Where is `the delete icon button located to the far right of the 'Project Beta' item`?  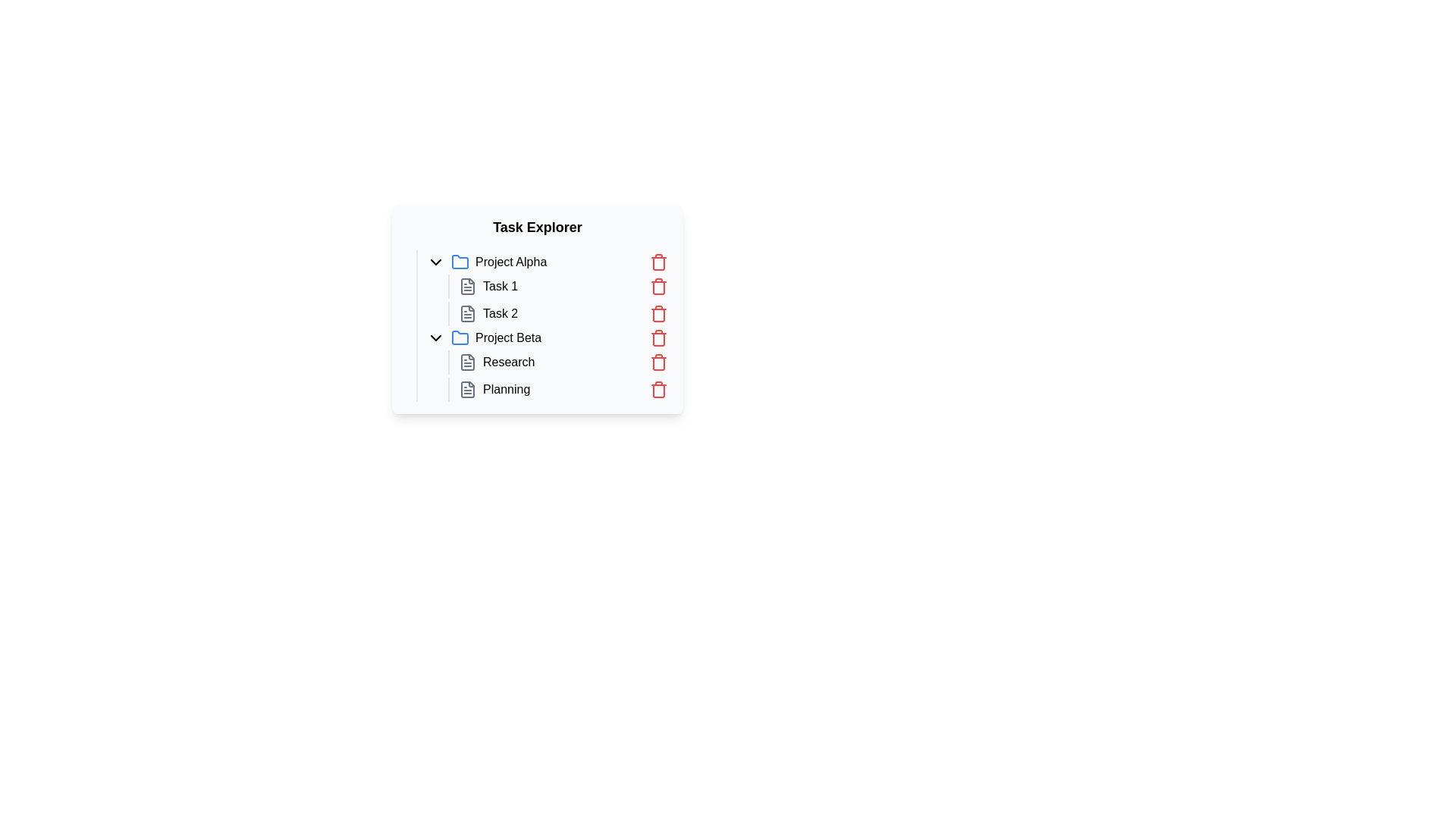 the delete icon button located to the far right of the 'Project Beta' item is located at coordinates (658, 337).